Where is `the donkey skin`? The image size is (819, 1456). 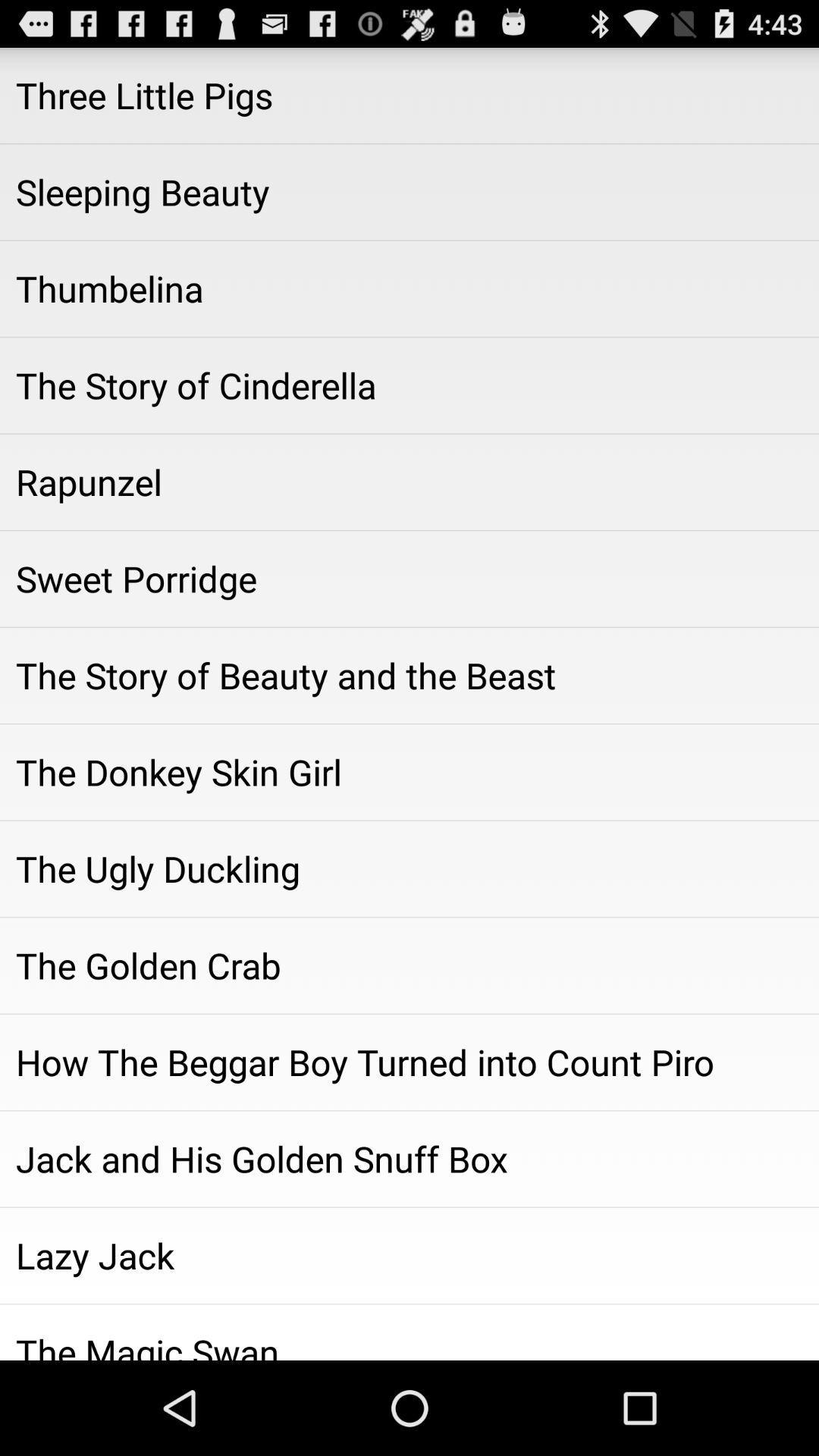 the donkey skin is located at coordinates (409, 772).